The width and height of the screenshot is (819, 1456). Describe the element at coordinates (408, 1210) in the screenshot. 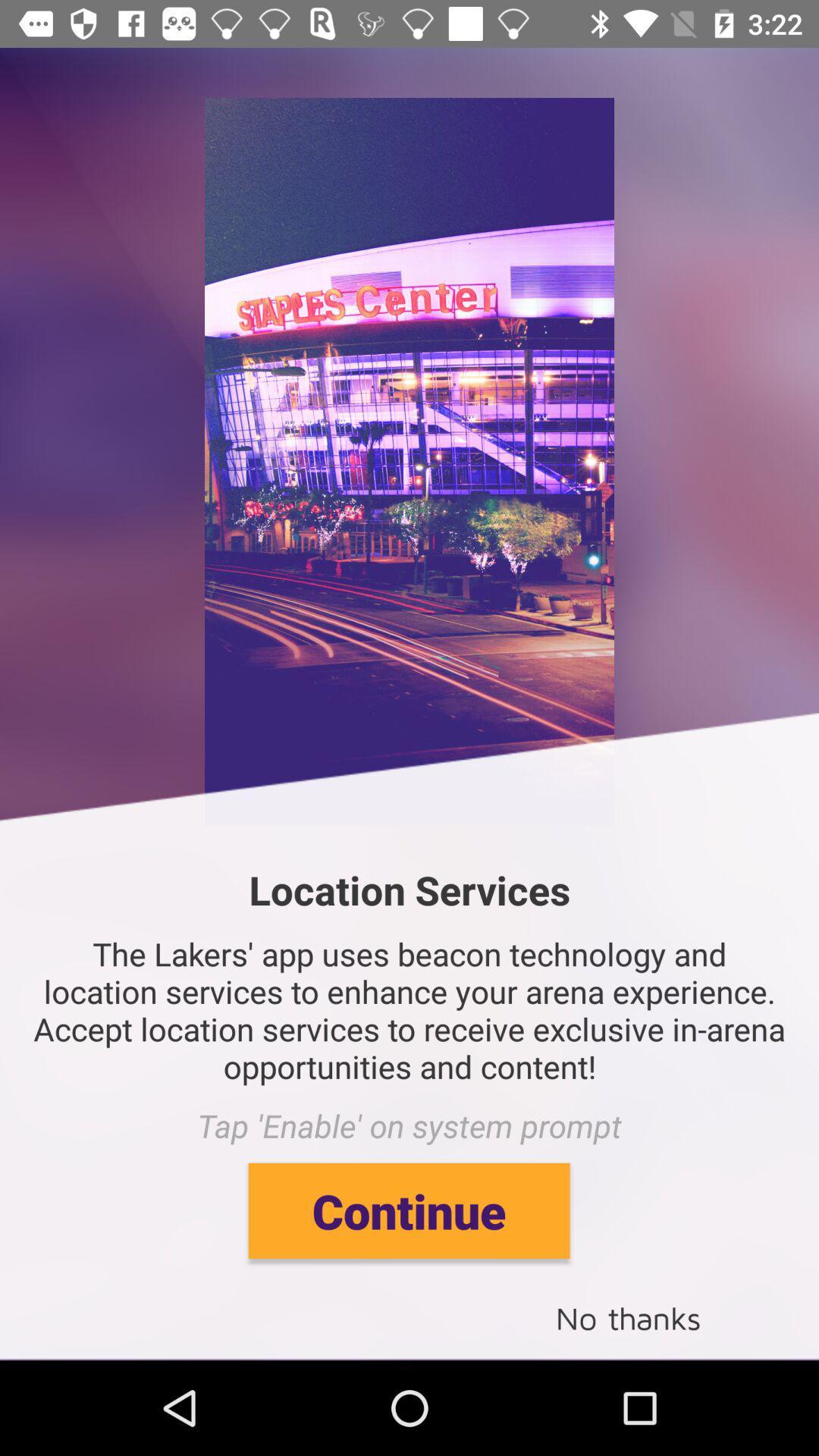

I see `item above the no thanks icon` at that location.